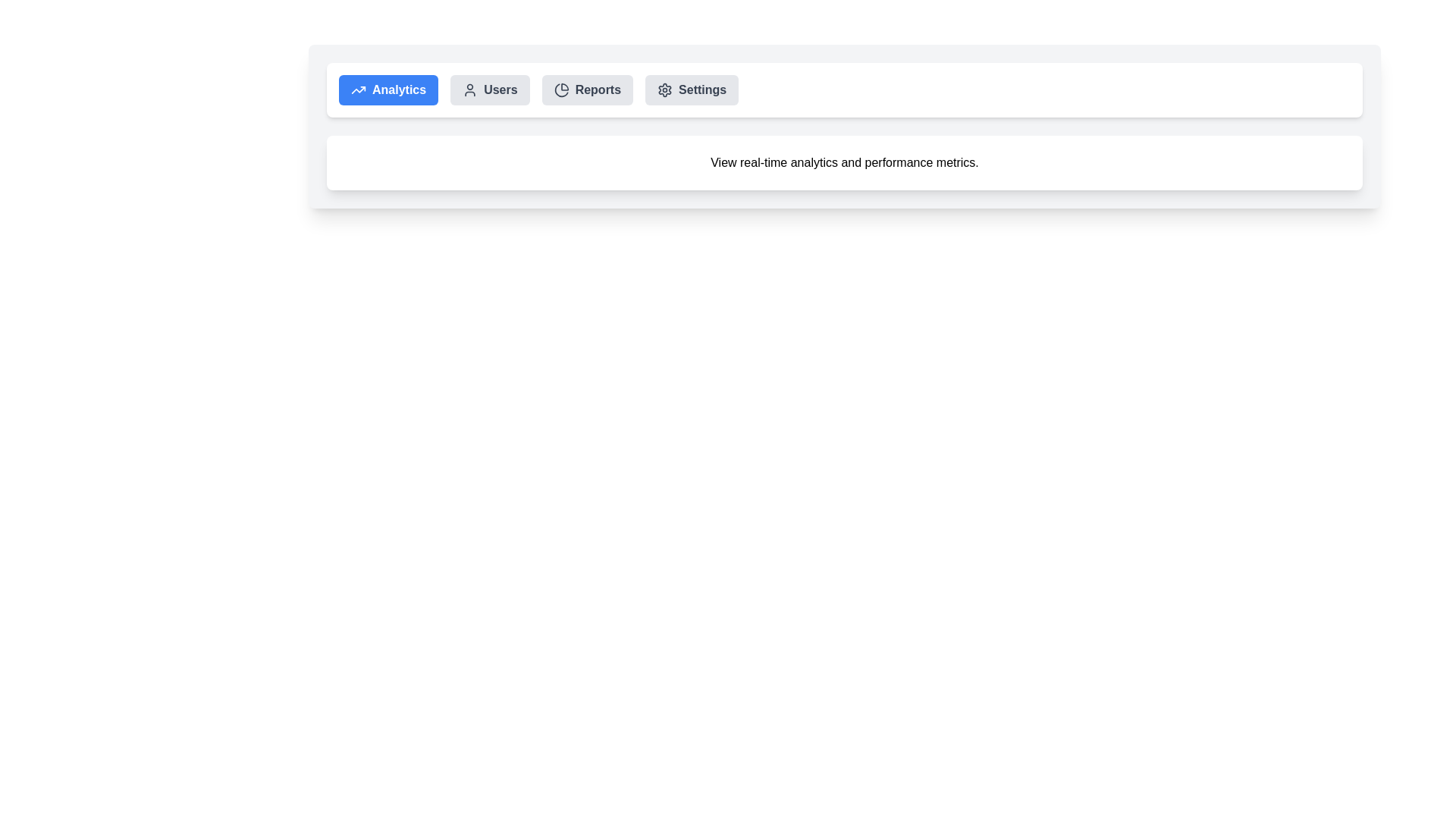 The height and width of the screenshot is (819, 1456). Describe the element at coordinates (490, 90) in the screenshot. I see `the Users tab by clicking on it` at that location.